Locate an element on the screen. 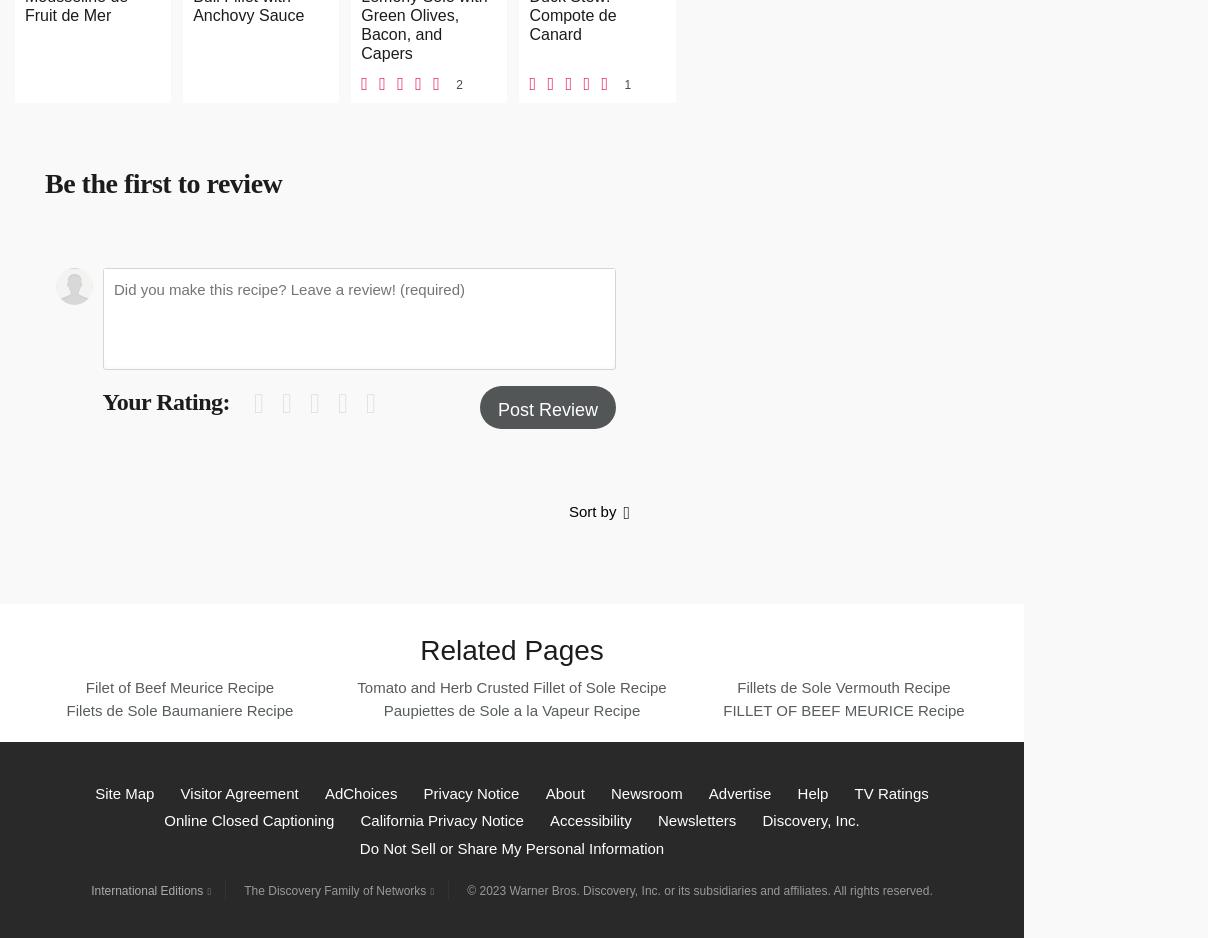 The image size is (1208, 938). 'Help' is located at coordinates (812, 792).